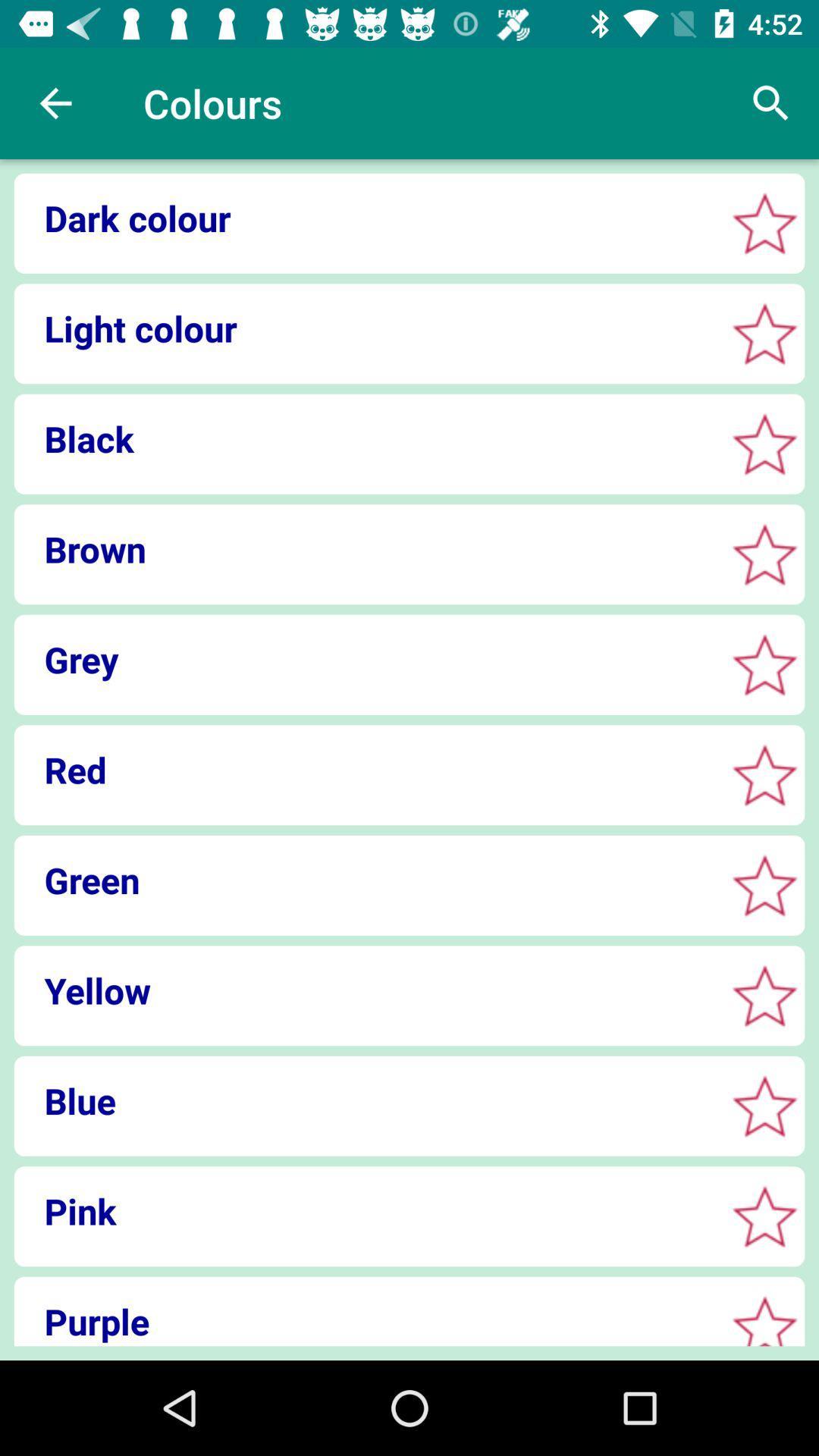 The image size is (819, 1456). I want to click on icon above the light colour, so click(365, 217).